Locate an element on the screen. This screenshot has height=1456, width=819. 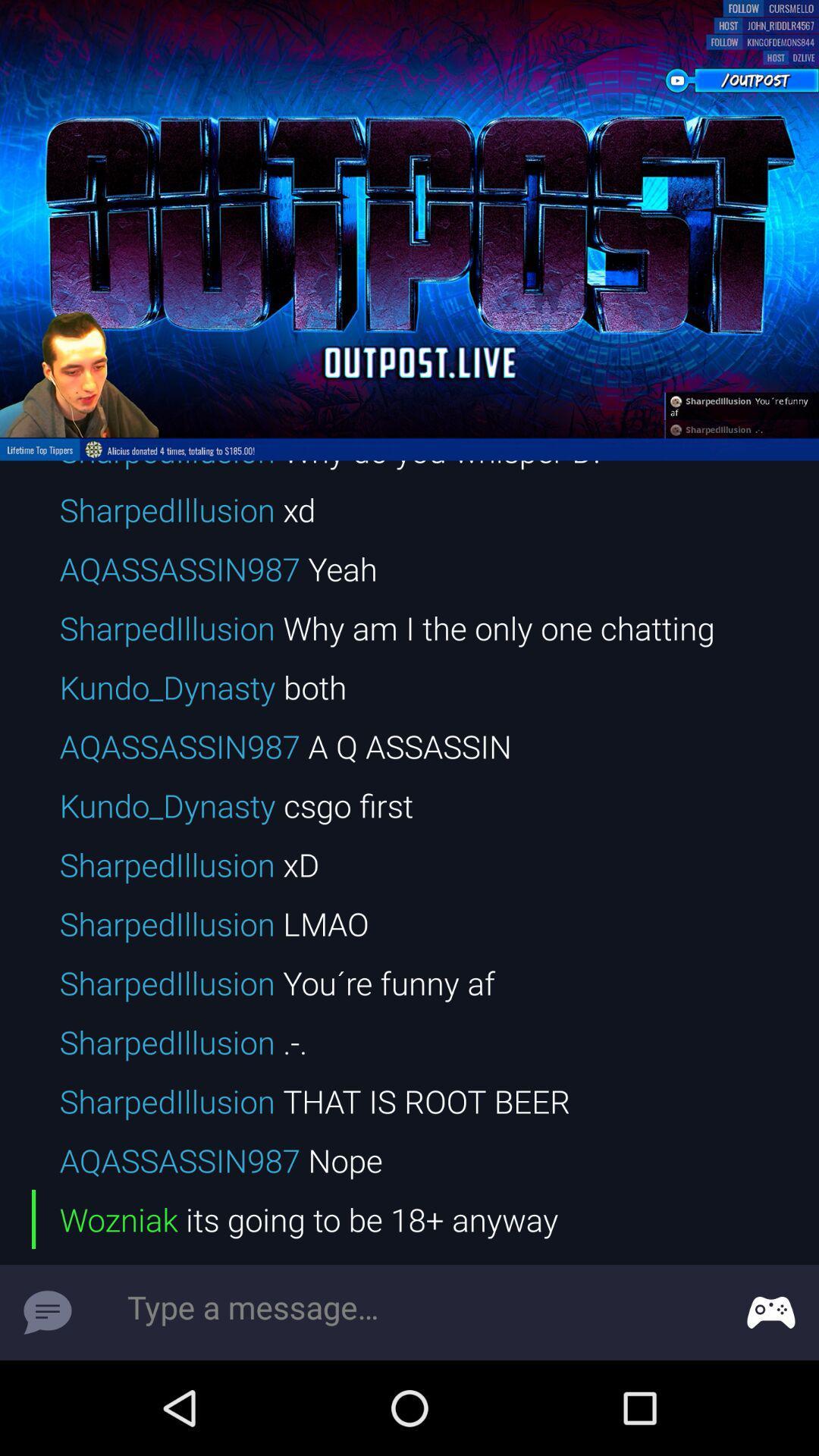
the chat icon is located at coordinates (46, 1312).